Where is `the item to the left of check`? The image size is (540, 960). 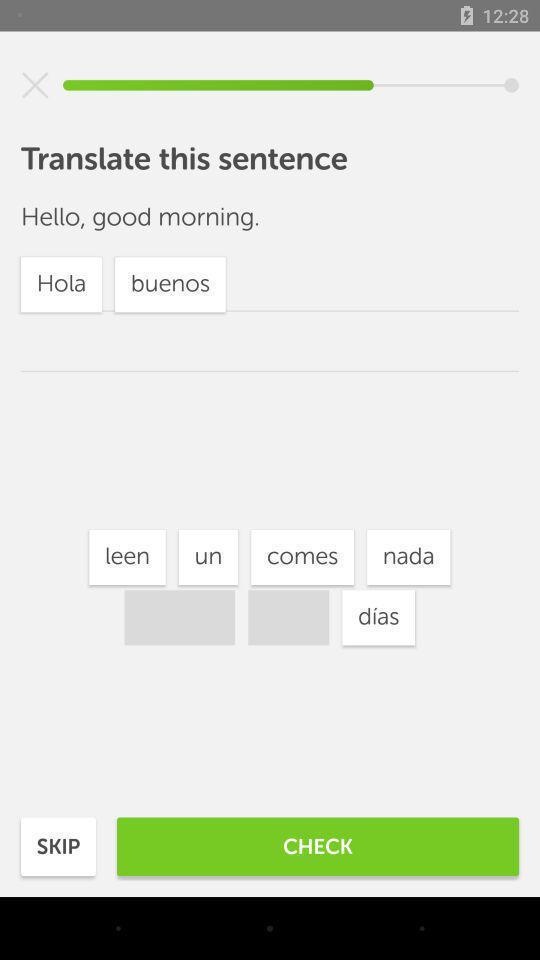
the item to the left of check is located at coordinates (58, 845).